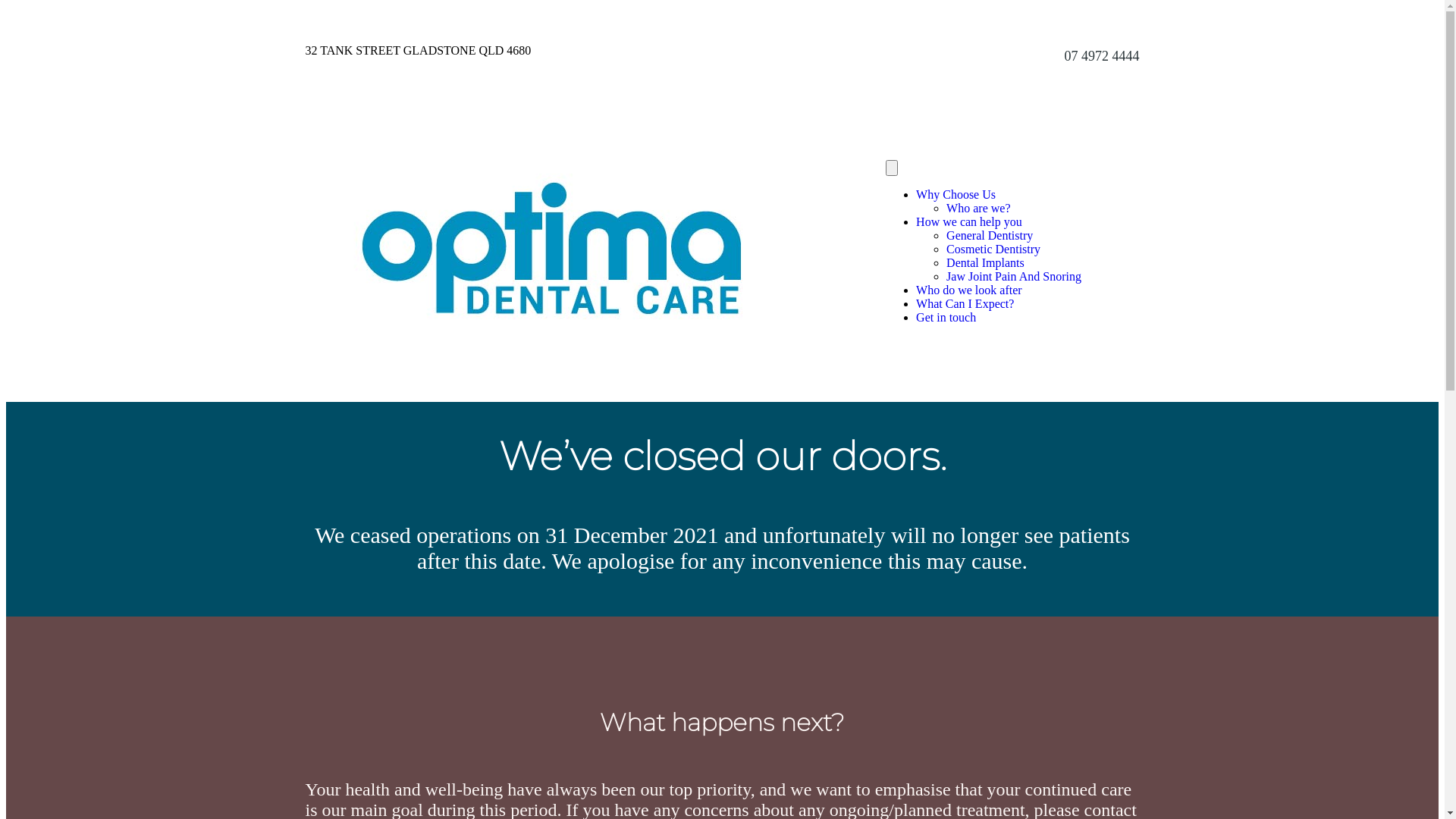  I want to click on 'Cosmetic Dentistry', so click(993, 248).